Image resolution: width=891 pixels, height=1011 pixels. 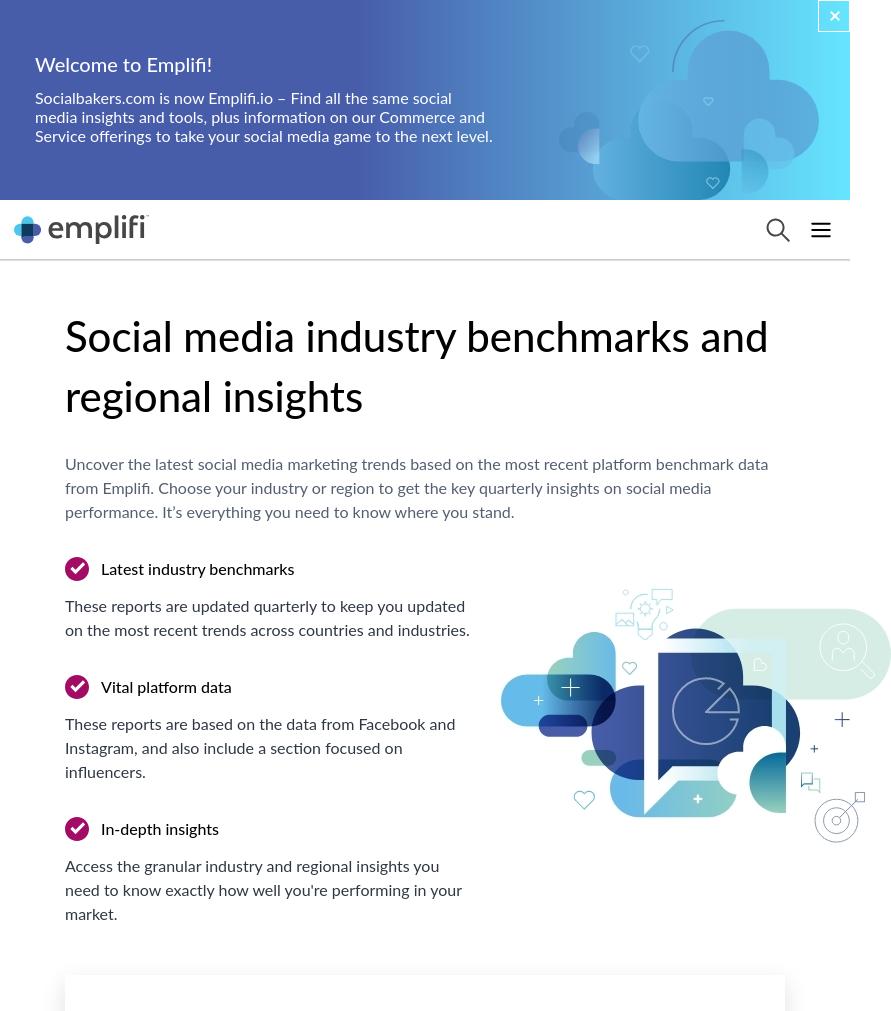 I want to click on 'Access the granular industry and regional insights you need to know exactly how well you're performing in your market.', so click(x=65, y=890).